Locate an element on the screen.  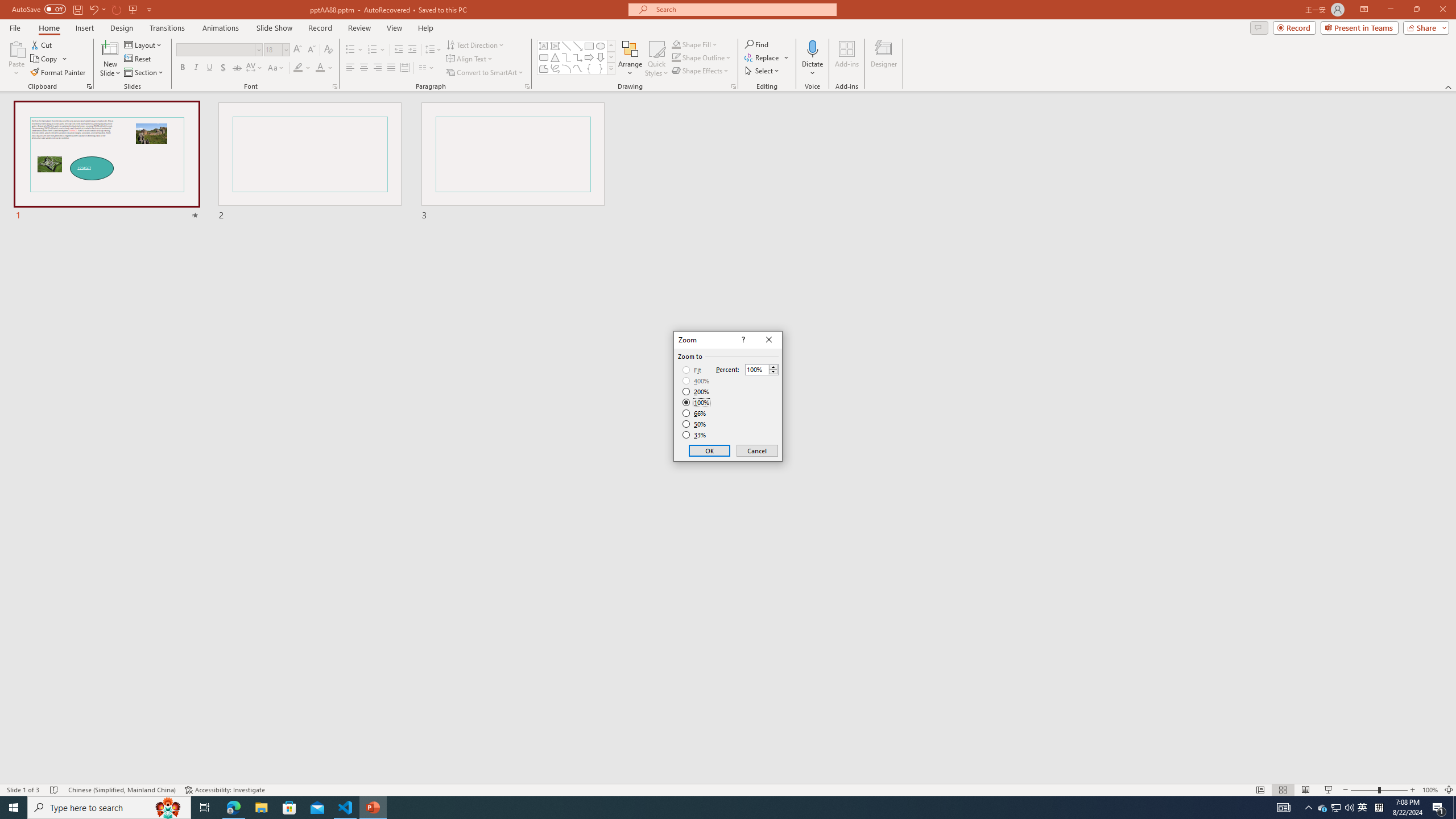
'66%' is located at coordinates (695, 412).